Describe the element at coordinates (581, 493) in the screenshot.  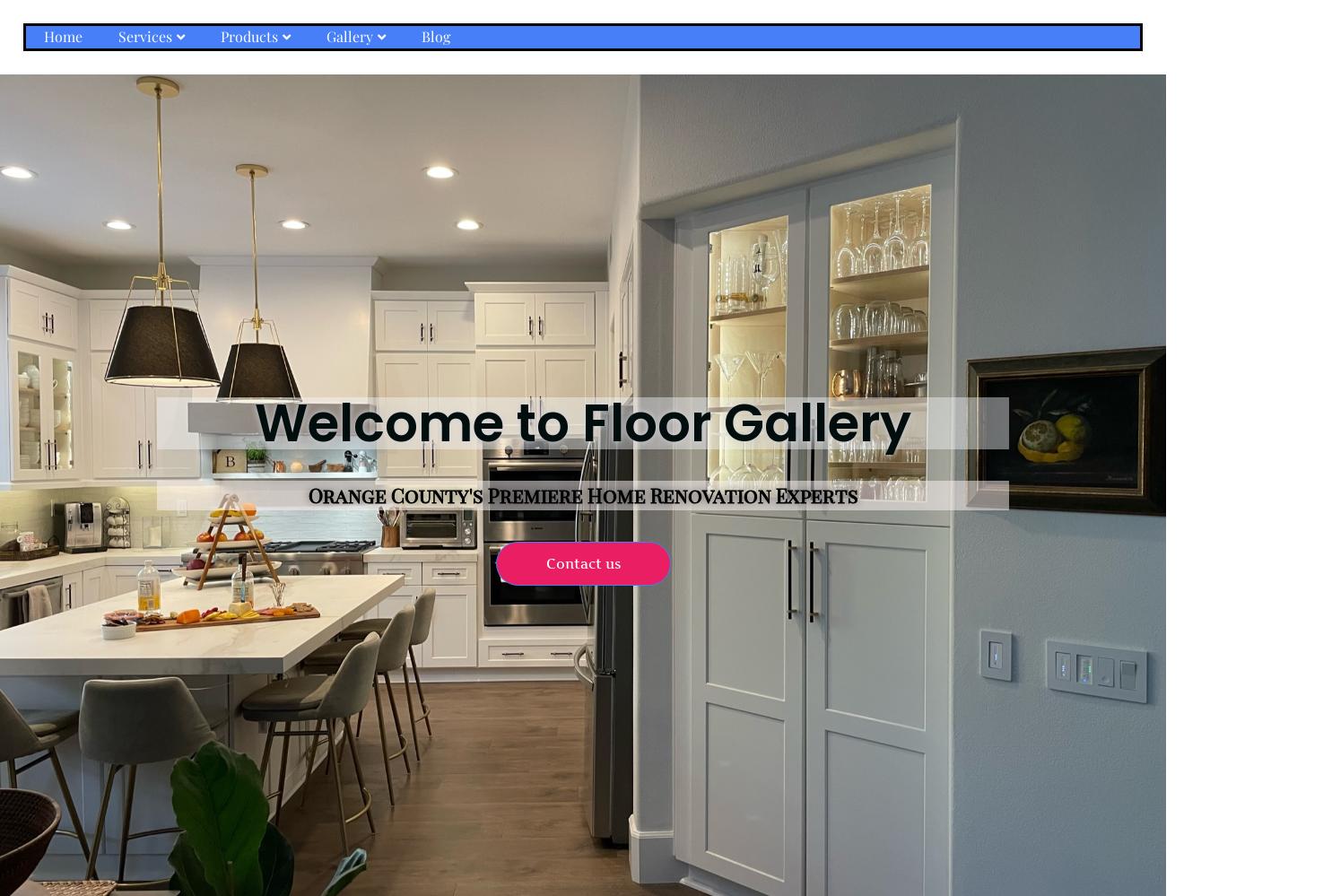
I see `'Orange County's Premiere Home Renovation Experts'` at that location.